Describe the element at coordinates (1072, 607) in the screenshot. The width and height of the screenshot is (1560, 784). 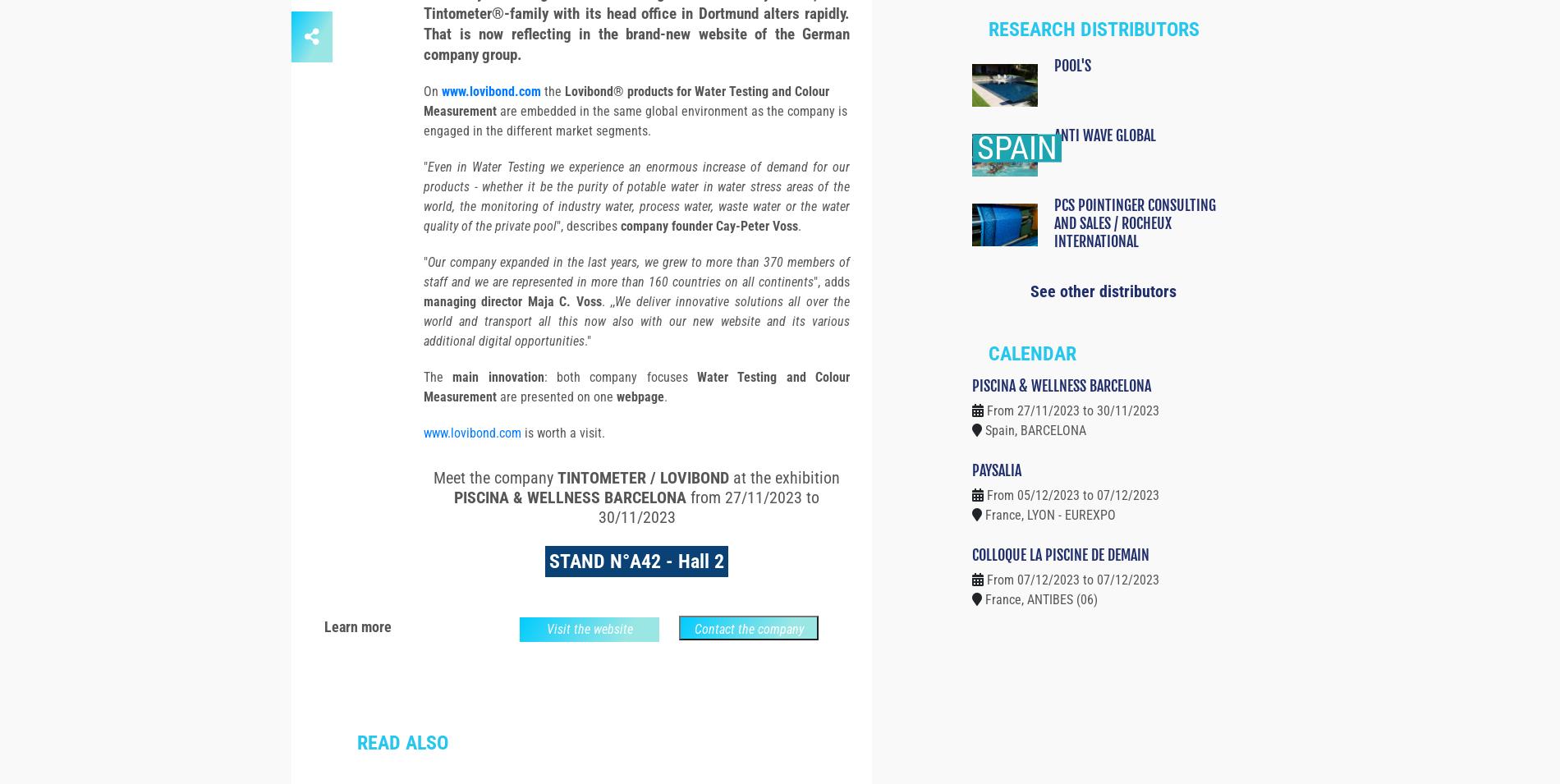
I see `'From 07/12/2023 to 07/12/2023'` at that location.